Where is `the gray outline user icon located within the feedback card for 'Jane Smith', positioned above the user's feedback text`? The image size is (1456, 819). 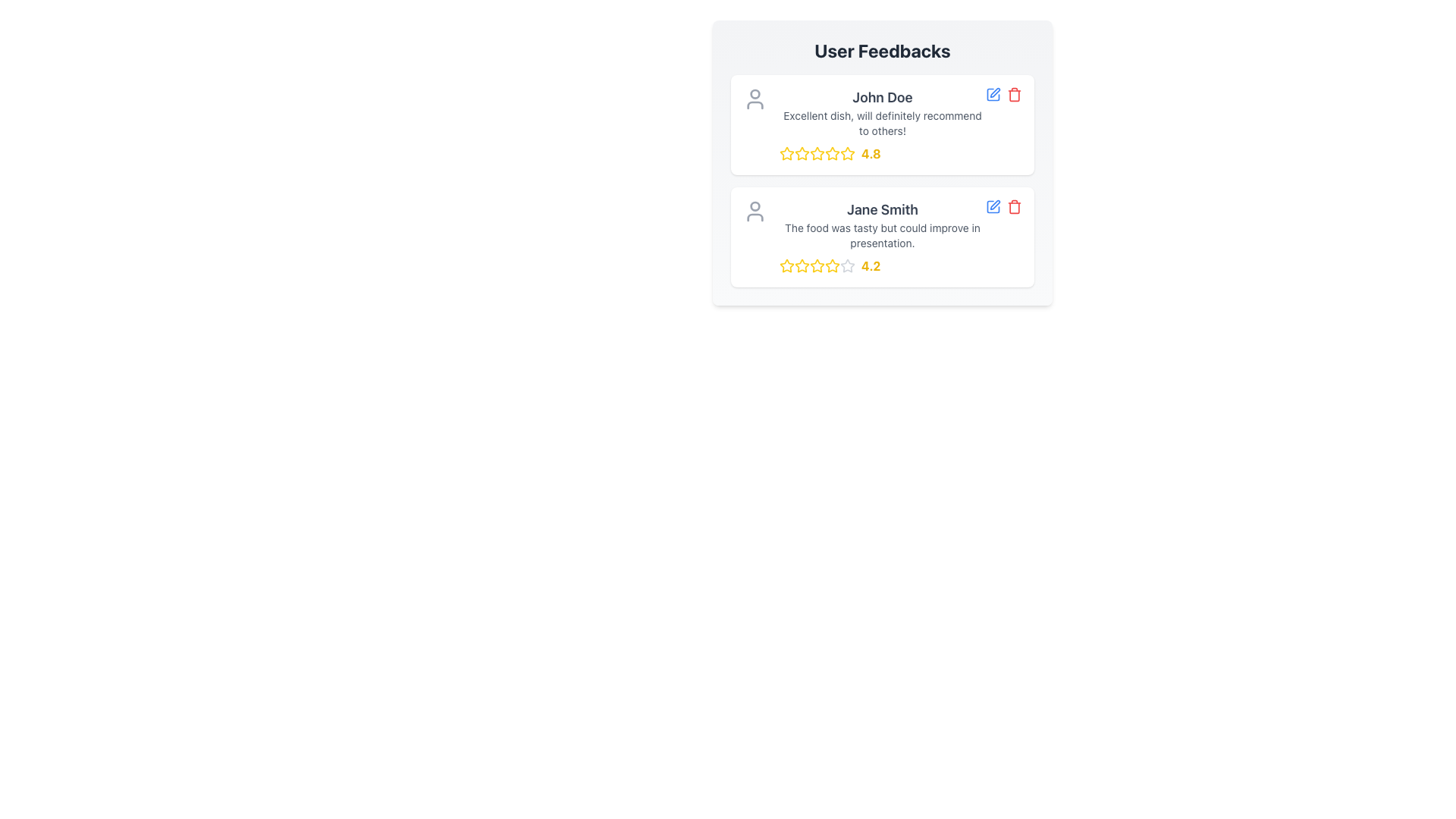
the gray outline user icon located within the feedback card for 'Jane Smith', positioned above the user's feedback text is located at coordinates (755, 211).